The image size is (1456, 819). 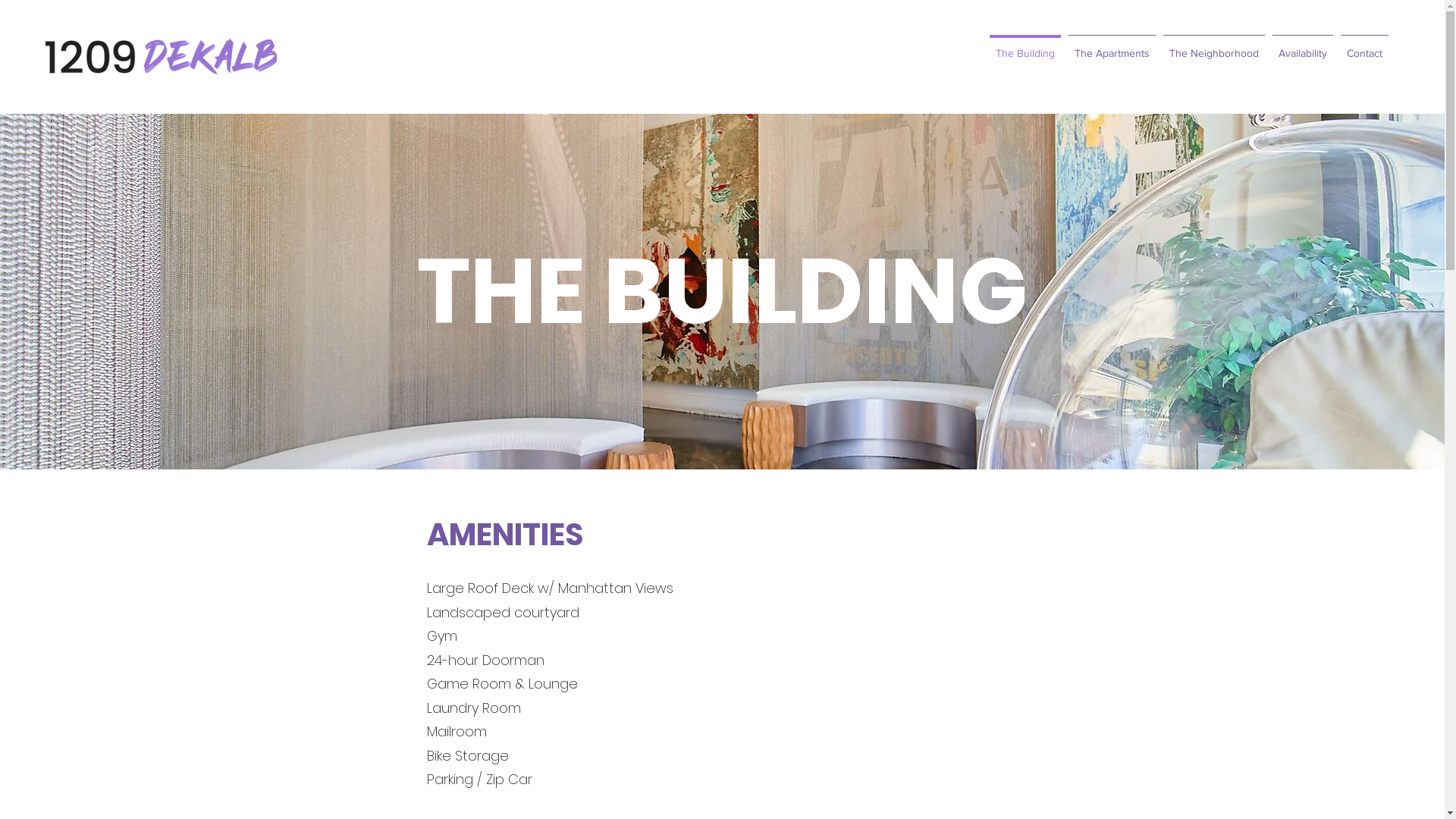 I want to click on 'The Neighborhood', so click(x=1214, y=45).